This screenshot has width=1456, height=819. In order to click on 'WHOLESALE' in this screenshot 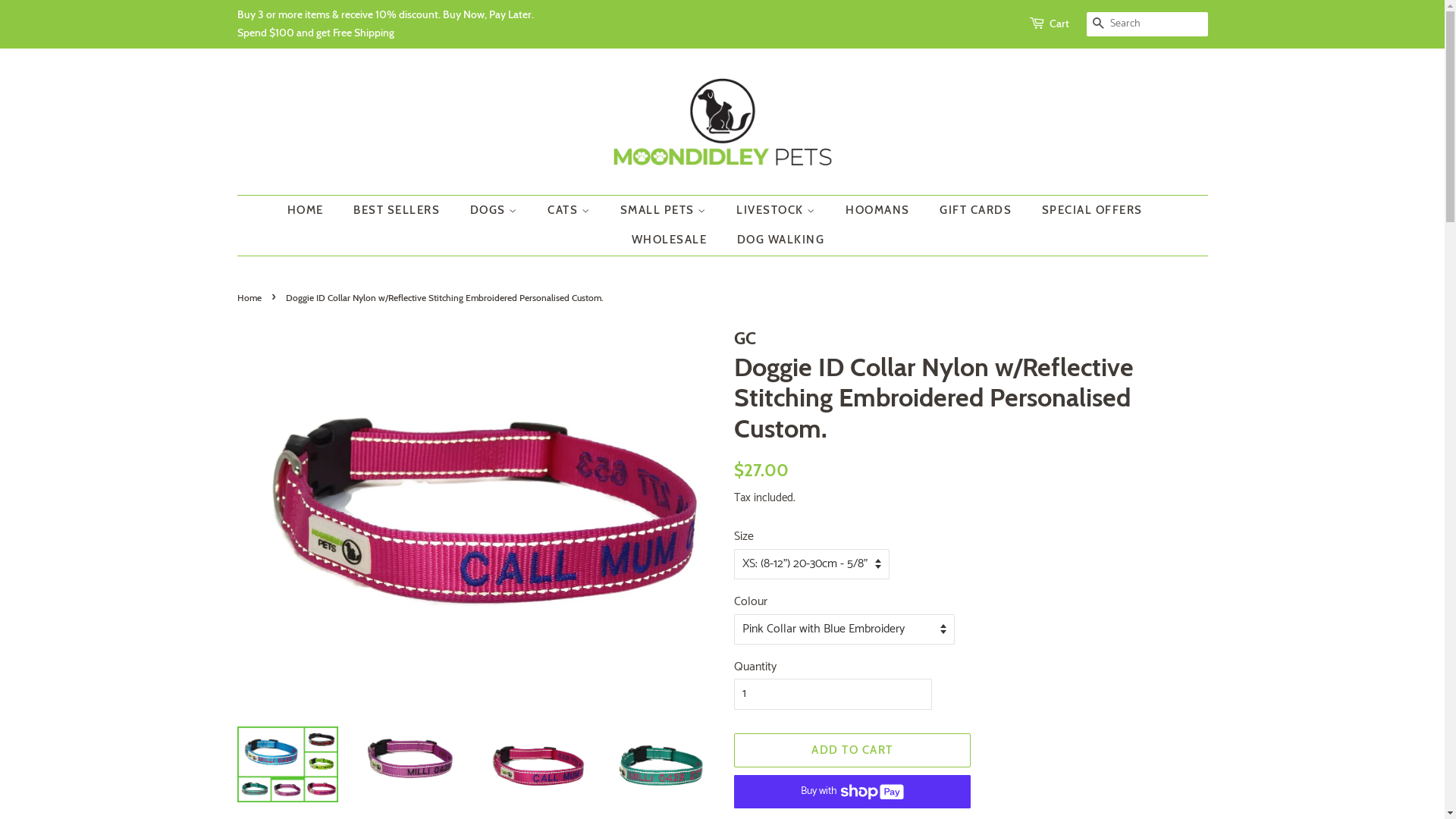, I will do `click(670, 239)`.